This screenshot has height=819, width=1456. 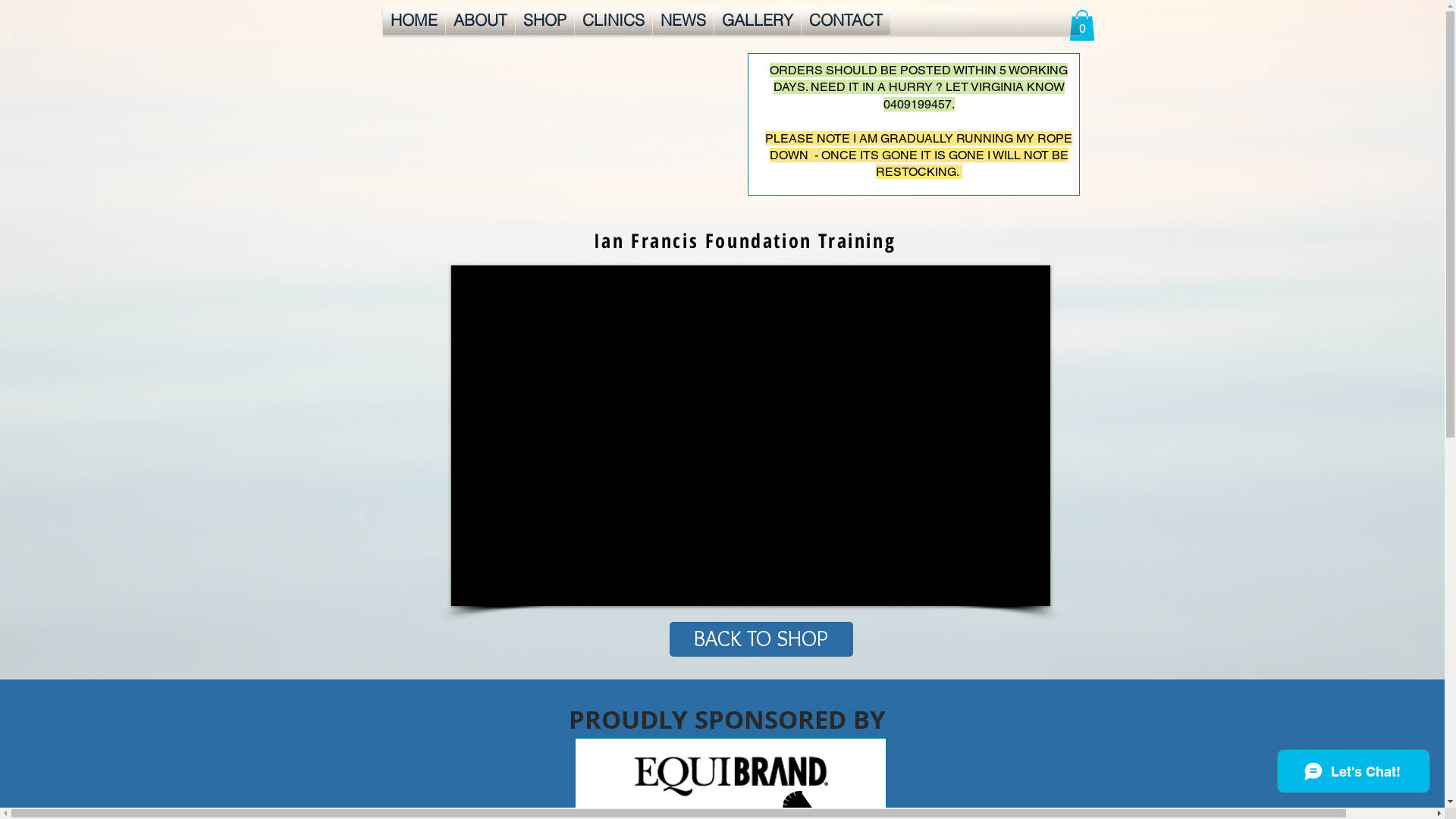 What do you see at coordinates (749, 435) in the screenshot?
I see `'External YouTube'` at bounding box center [749, 435].